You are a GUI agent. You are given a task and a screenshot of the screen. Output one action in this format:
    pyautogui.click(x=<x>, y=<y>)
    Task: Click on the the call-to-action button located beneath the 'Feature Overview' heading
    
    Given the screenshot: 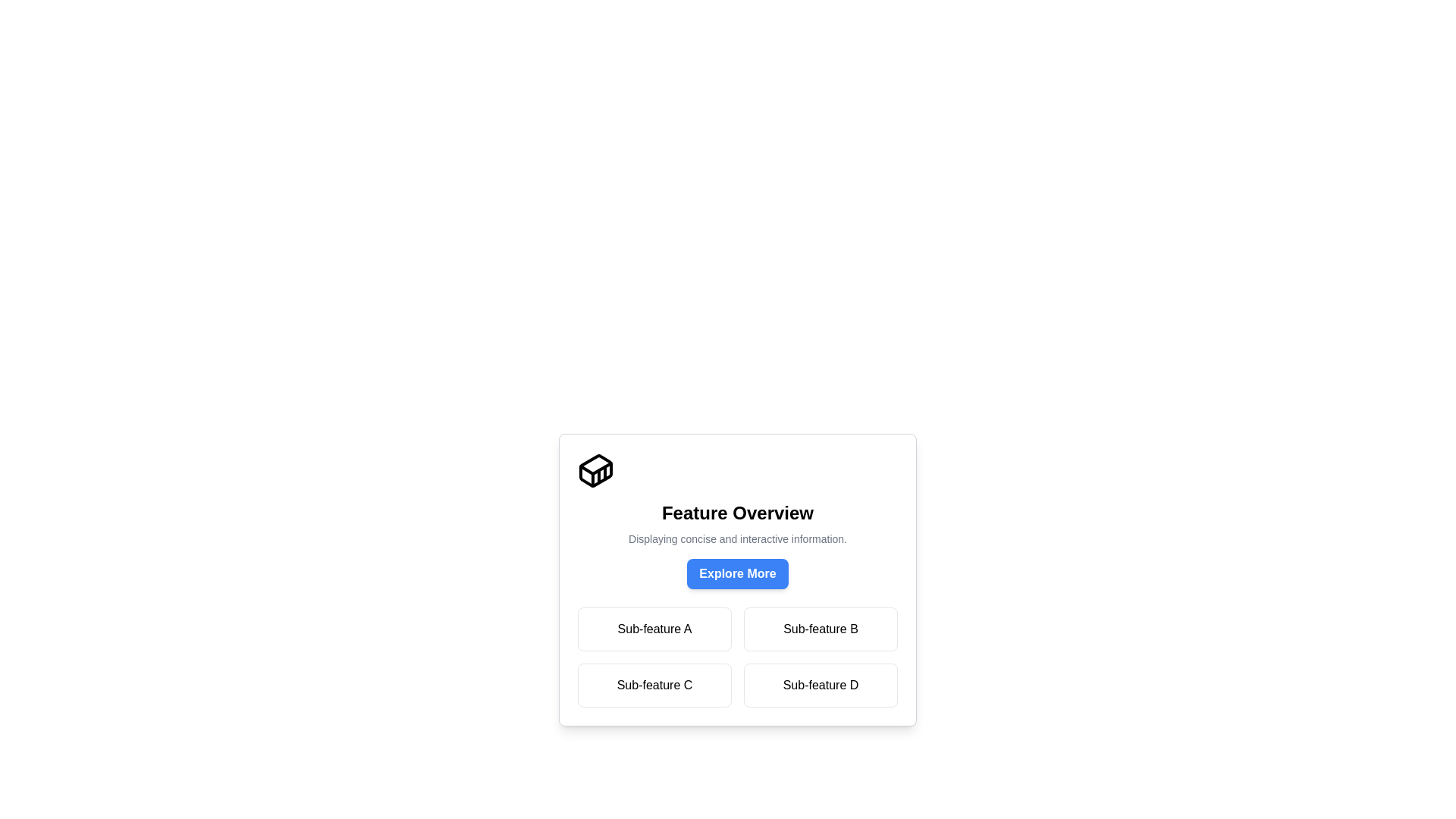 What is the action you would take?
    pyautogui.click(x=738, y=573)
    